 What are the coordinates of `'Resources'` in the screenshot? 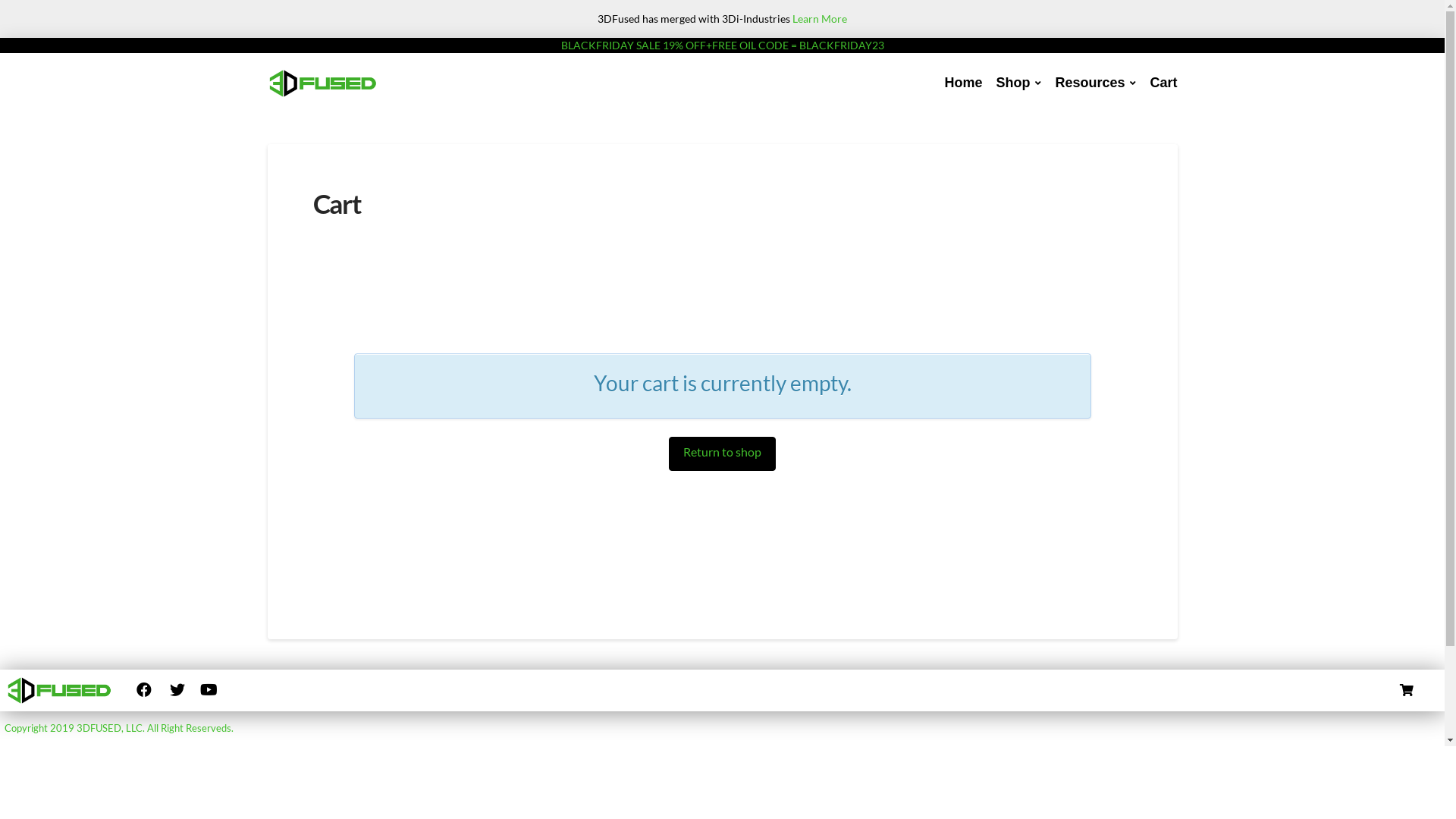 It's located at (1047, 83).